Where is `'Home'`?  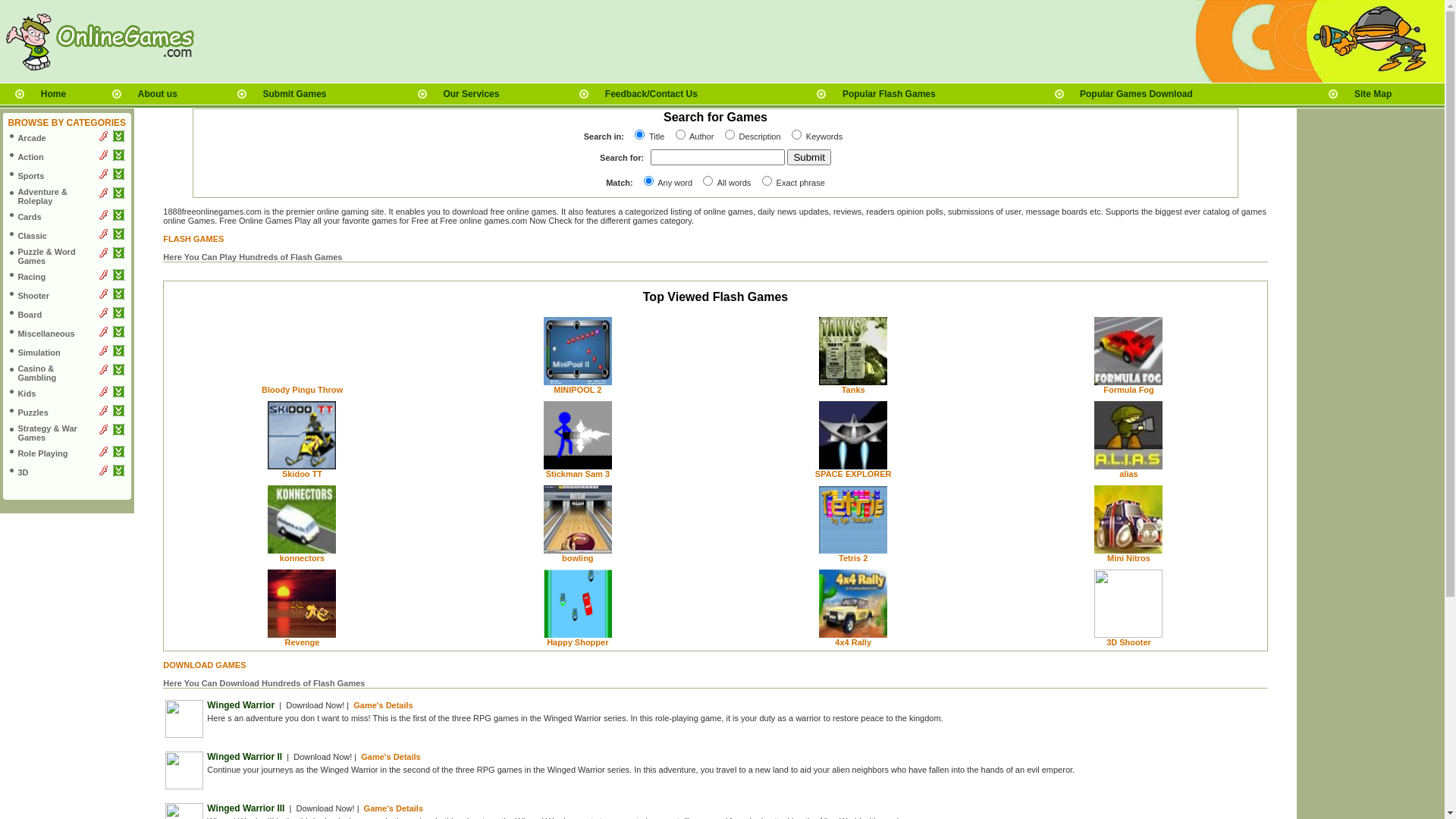
'Home' is located at coordinates (53, 93).